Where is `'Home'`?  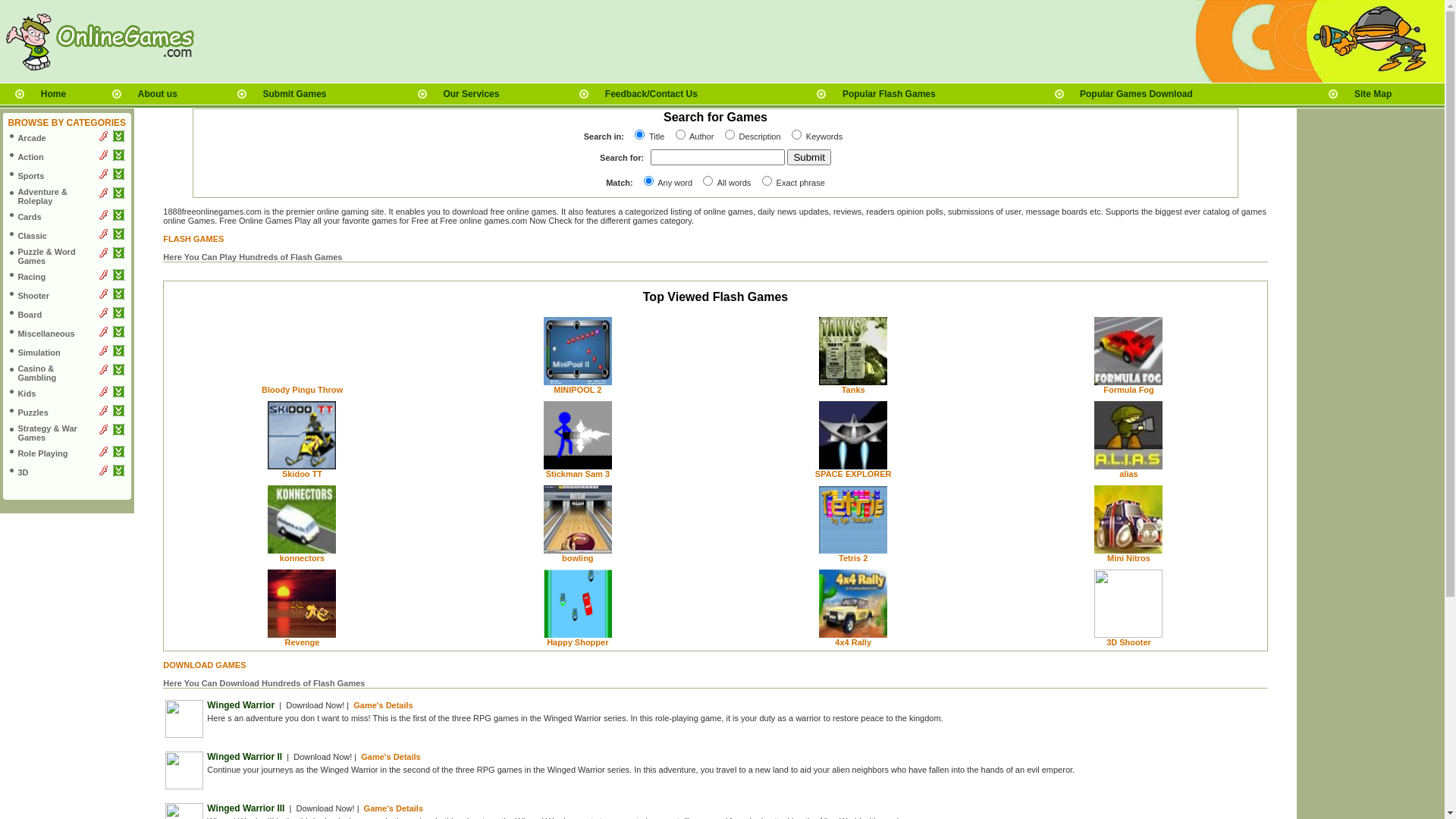
'Home' is located at coordinates (53, 93).